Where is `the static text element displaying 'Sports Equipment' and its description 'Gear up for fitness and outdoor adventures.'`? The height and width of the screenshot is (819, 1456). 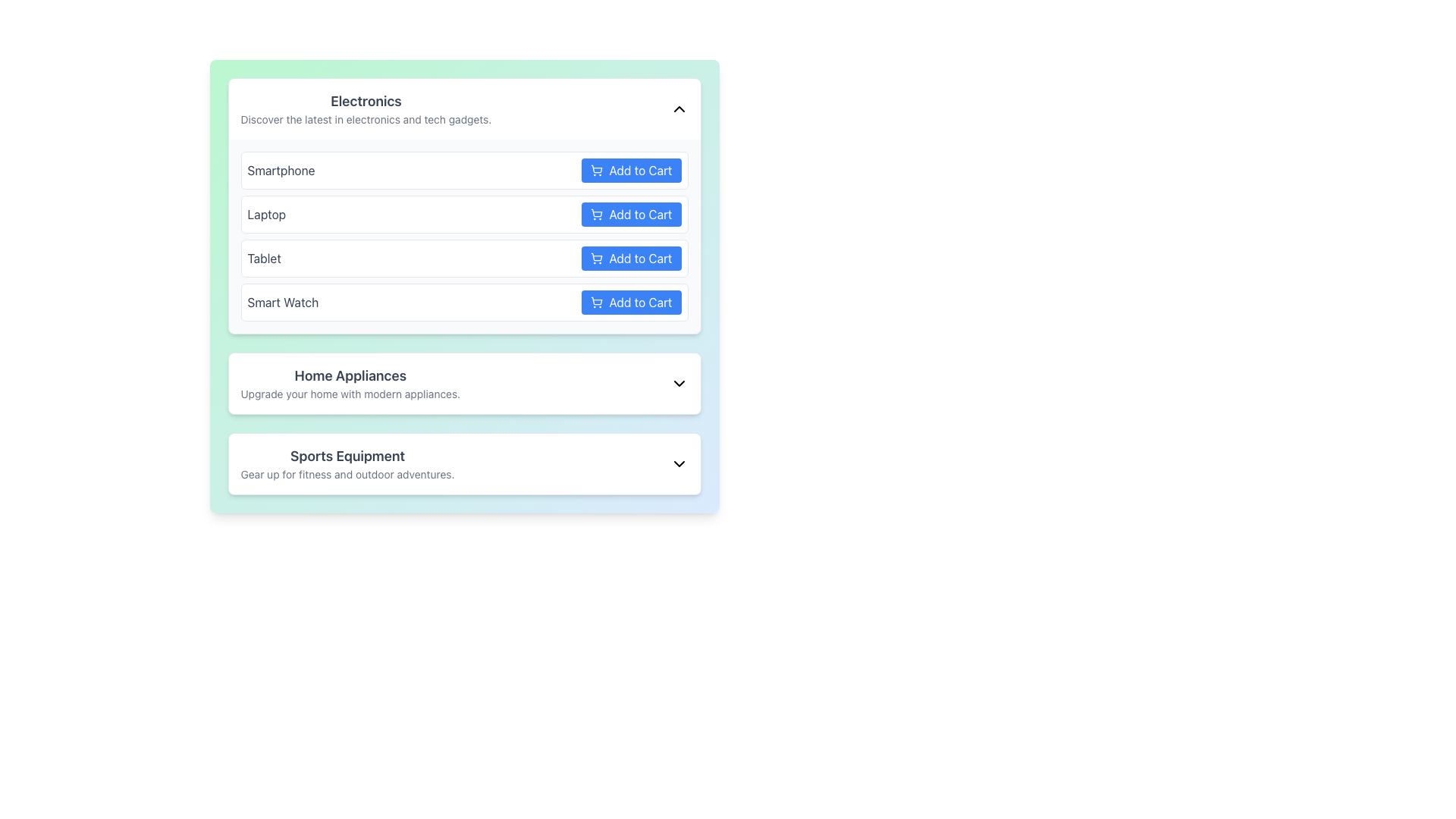
the static text element displaying 'Sports Equipment' and its description 'Gear up for fitness and outdoor adventures.' is located at coordinates (347, 463).